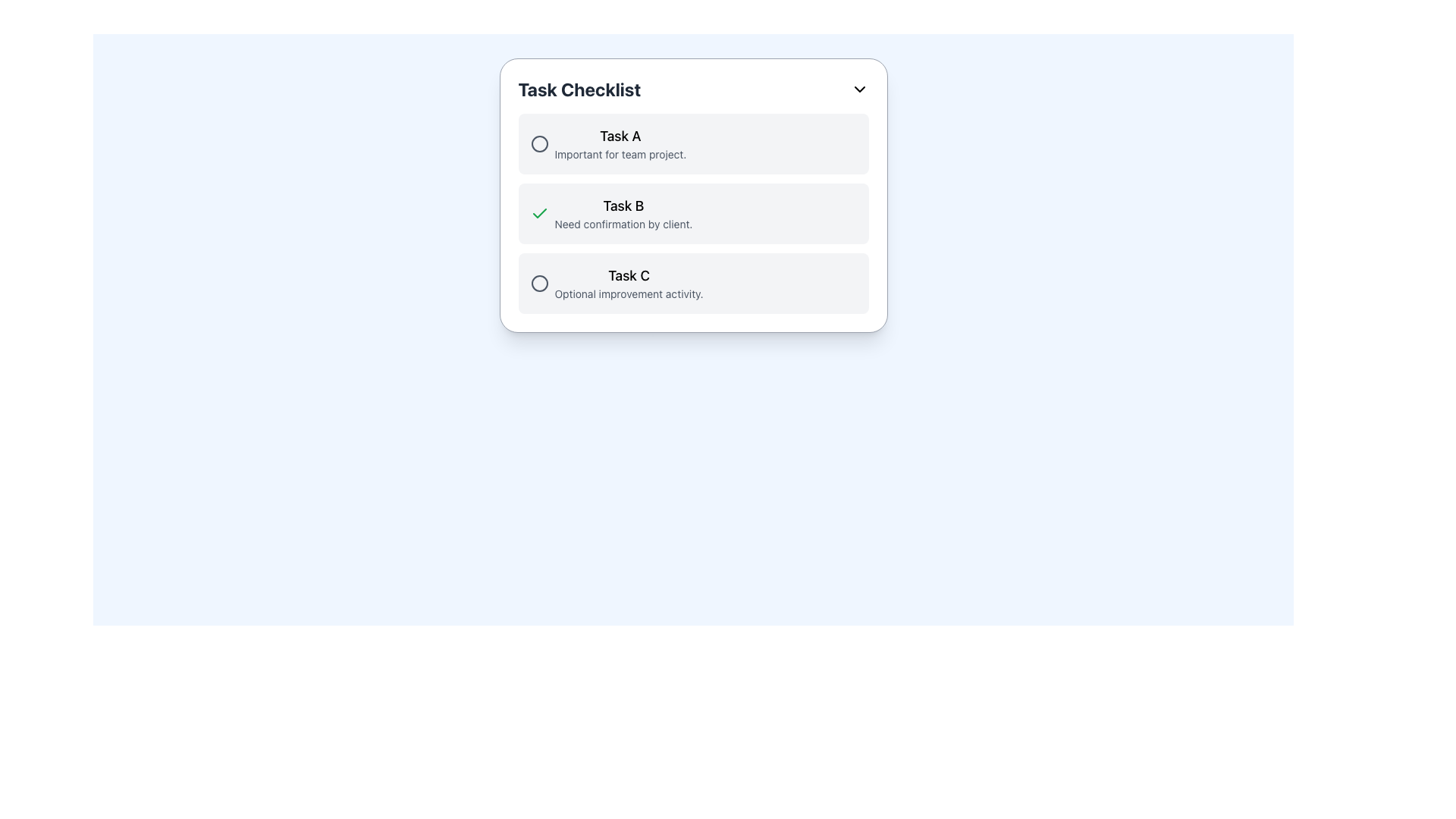 Image resolution: width=1456 pixels, height=819 pixels. Describe the element at coordinates (539, 143) in the screenshot. I see `the completed task marker icon located in the top-left section of the Task Checklist interface, next to the first task item labeled 'Task A'` at that location.